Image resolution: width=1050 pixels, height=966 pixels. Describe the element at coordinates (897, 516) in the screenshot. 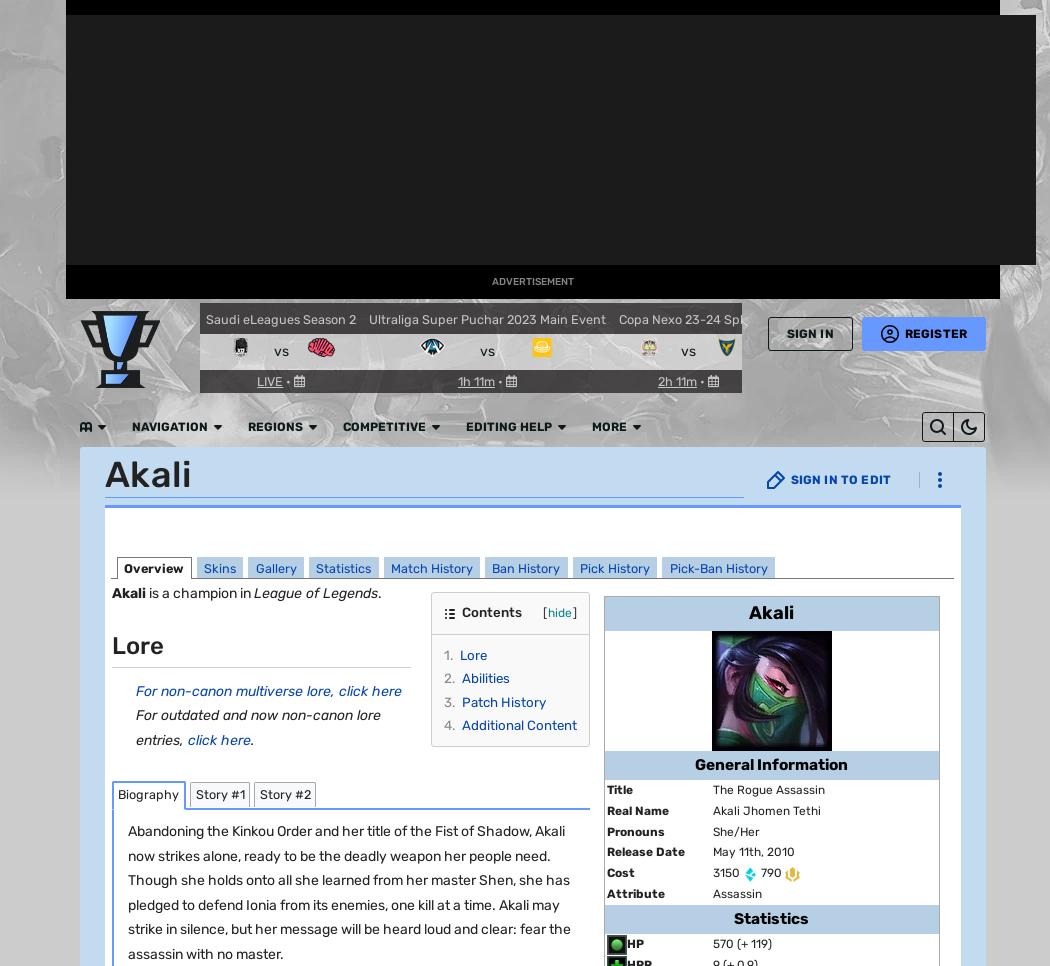

I see `'CC BY-SA 3.0'` at that location.